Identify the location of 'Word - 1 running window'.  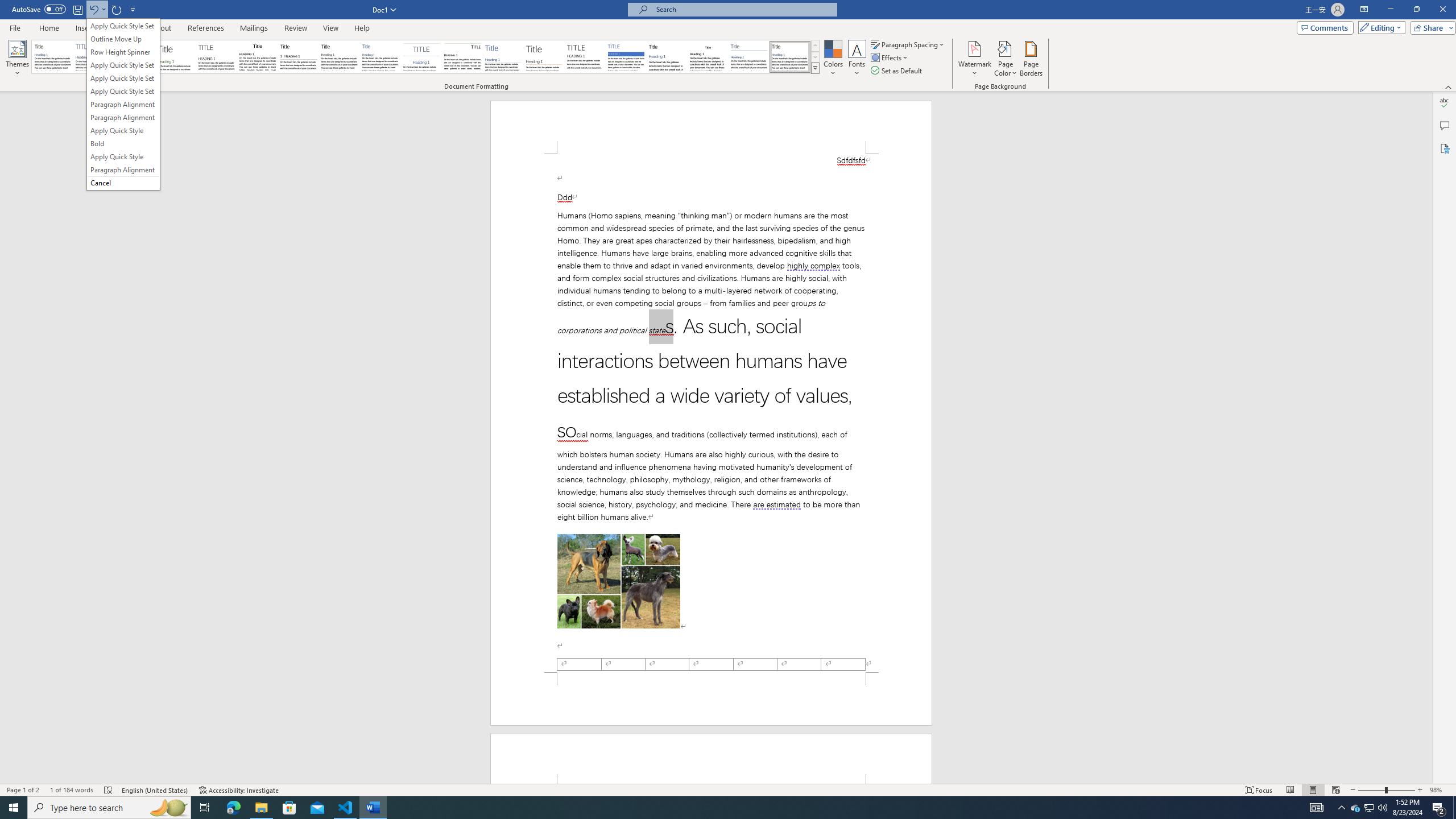
(373, 806).